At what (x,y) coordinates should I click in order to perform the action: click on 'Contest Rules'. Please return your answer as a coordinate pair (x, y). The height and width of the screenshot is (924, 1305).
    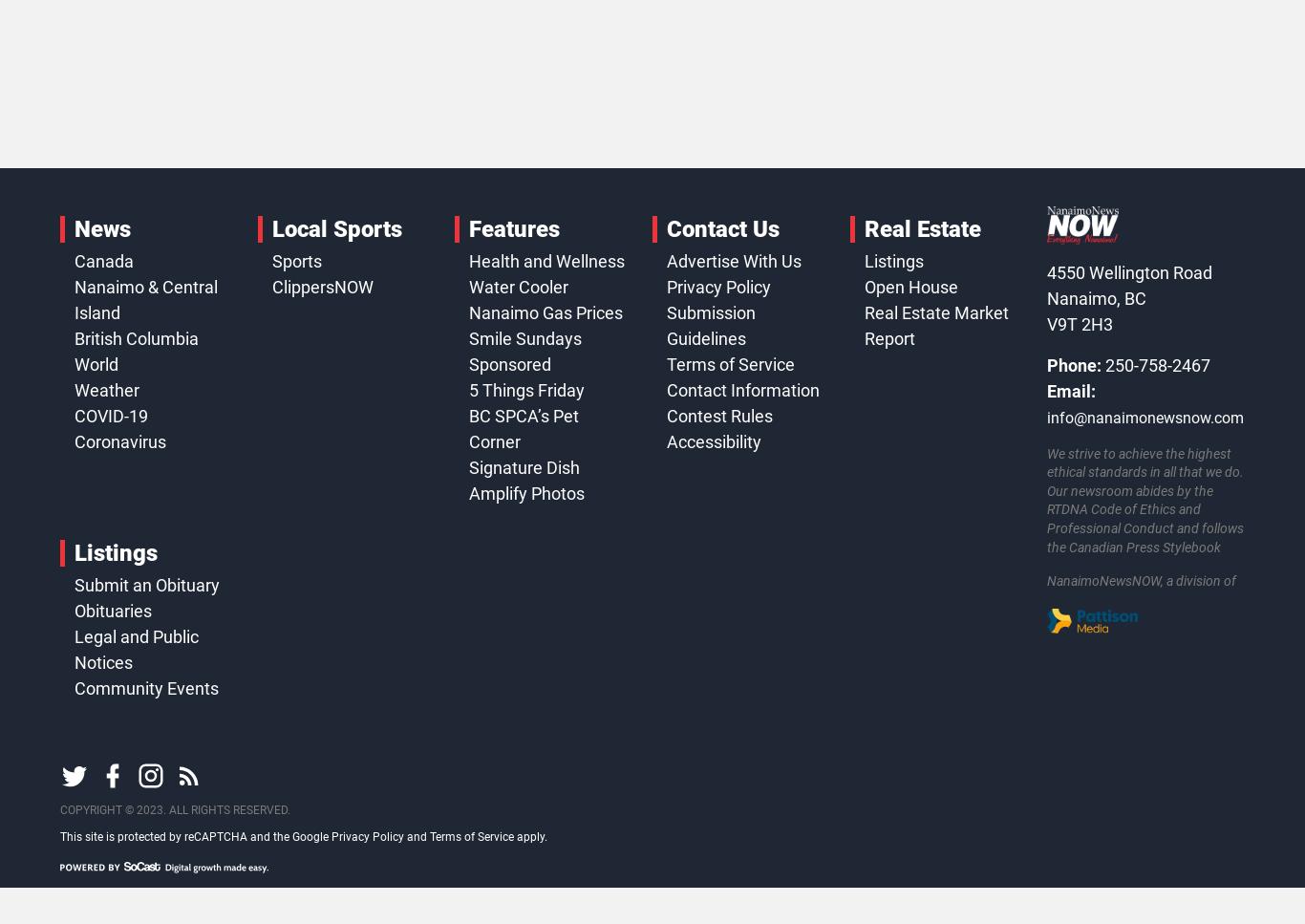
    Looking at the image, I should click on (718, 414).